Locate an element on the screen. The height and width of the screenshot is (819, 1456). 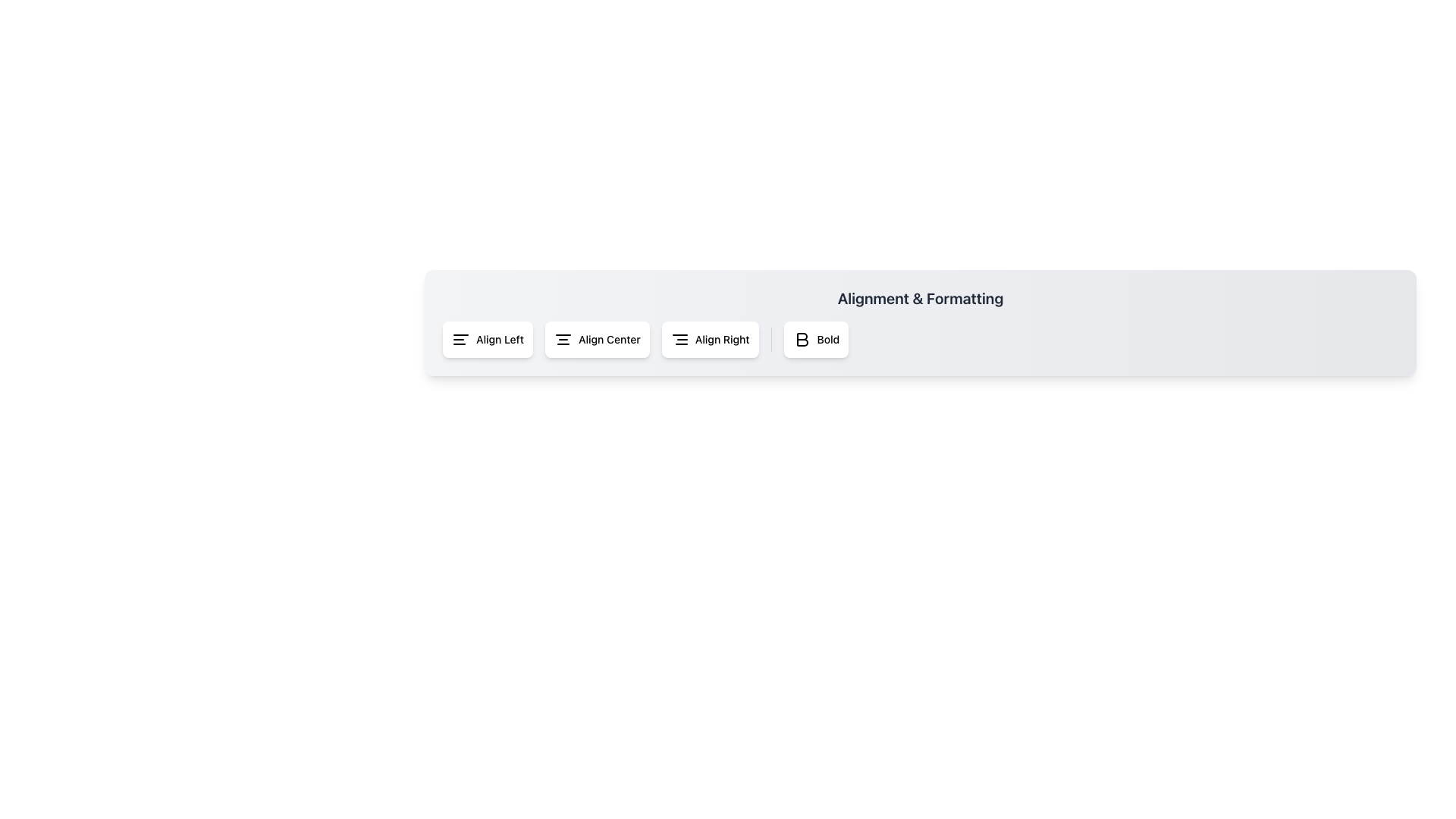
the 'Align Right' button, which is the third button in the alignment toolbar, to align content to the right is located at coordinates (709, 338).